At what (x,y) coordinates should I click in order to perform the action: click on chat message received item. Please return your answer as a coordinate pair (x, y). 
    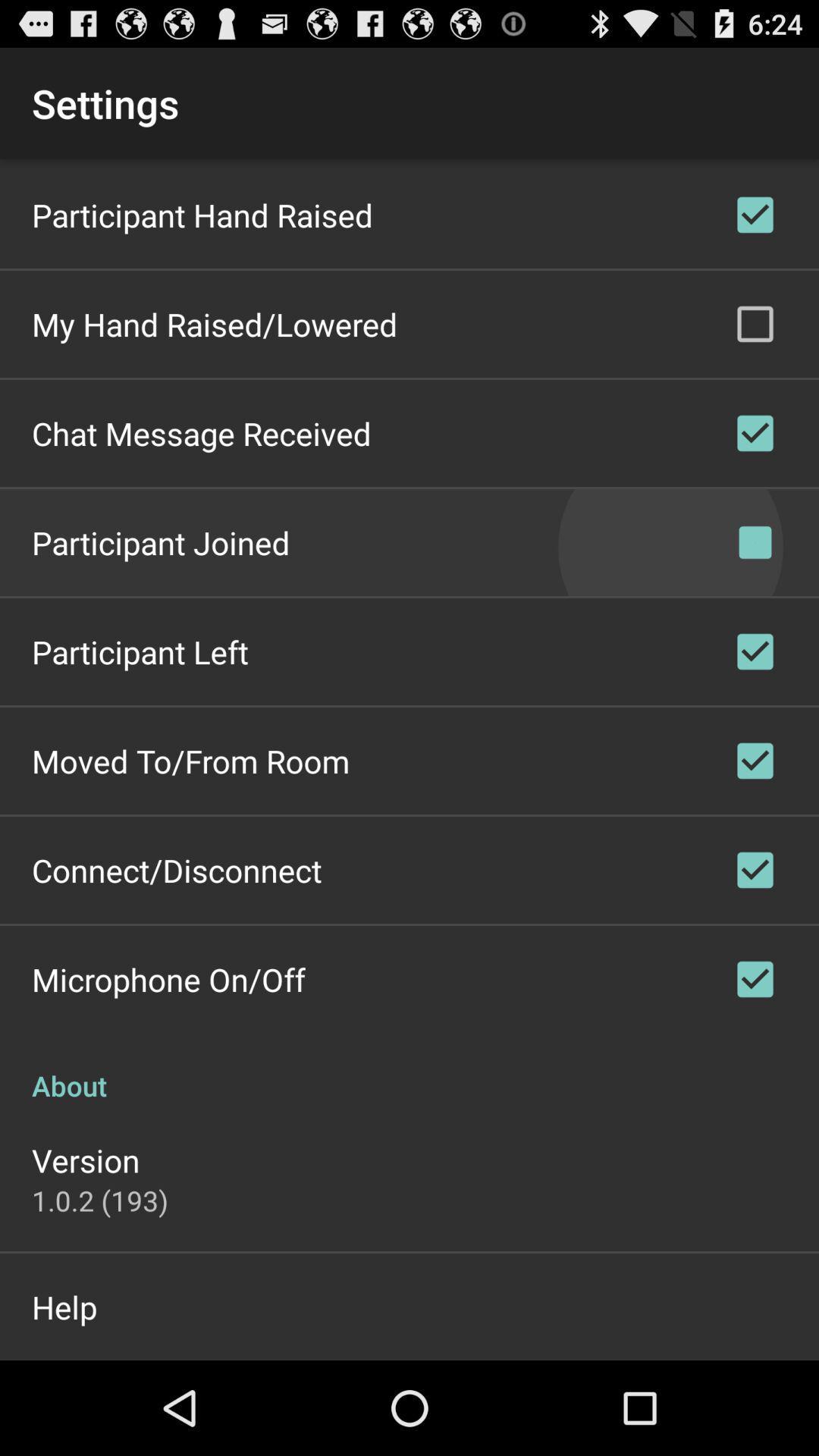
    Looking at the image, I should click on (200, 432).